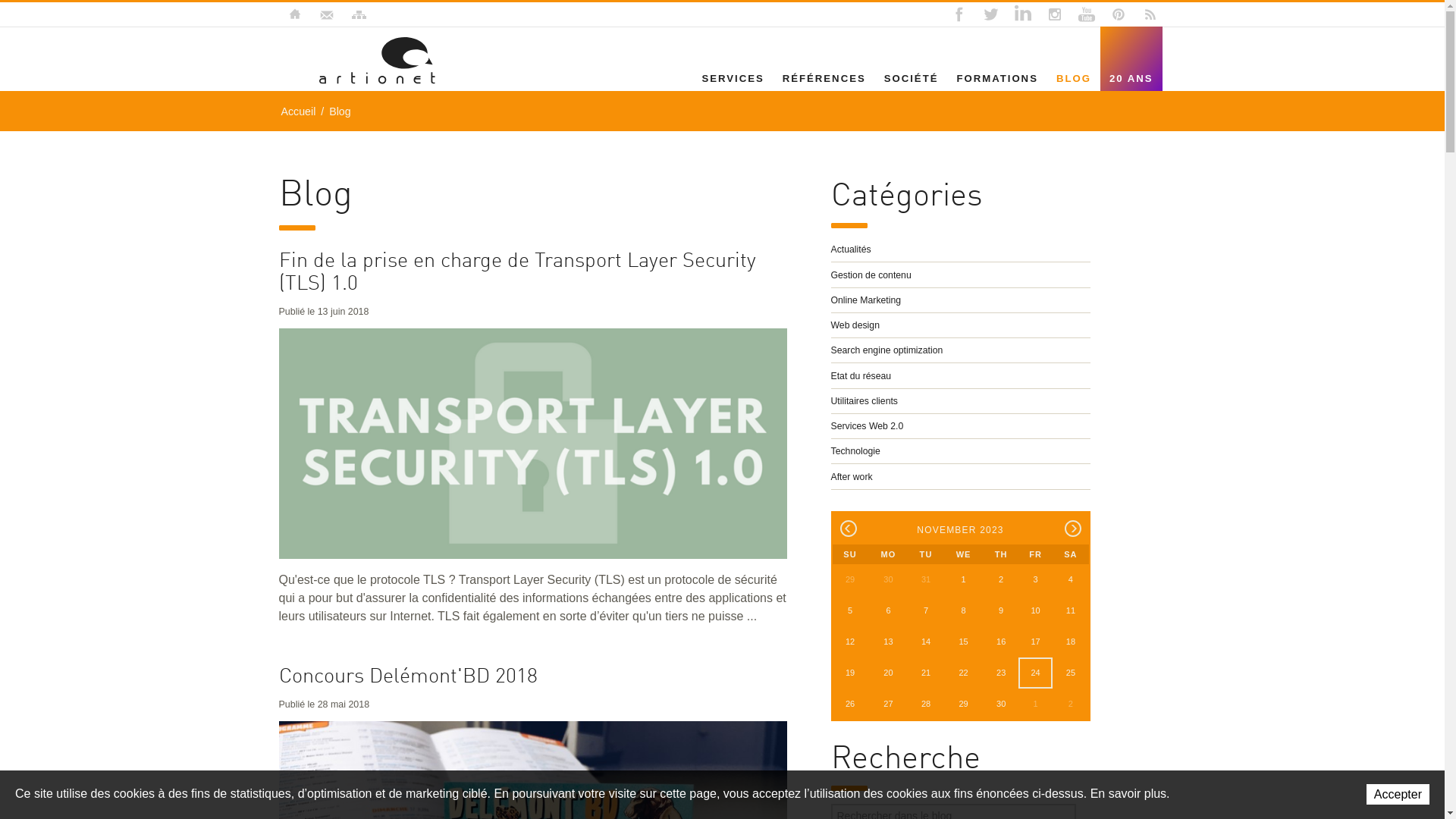 This screenshot has width=1456, height=819. Describe the element at coordinates (1073, 14) in the screenshot. I see `'YouTube'` at that location.